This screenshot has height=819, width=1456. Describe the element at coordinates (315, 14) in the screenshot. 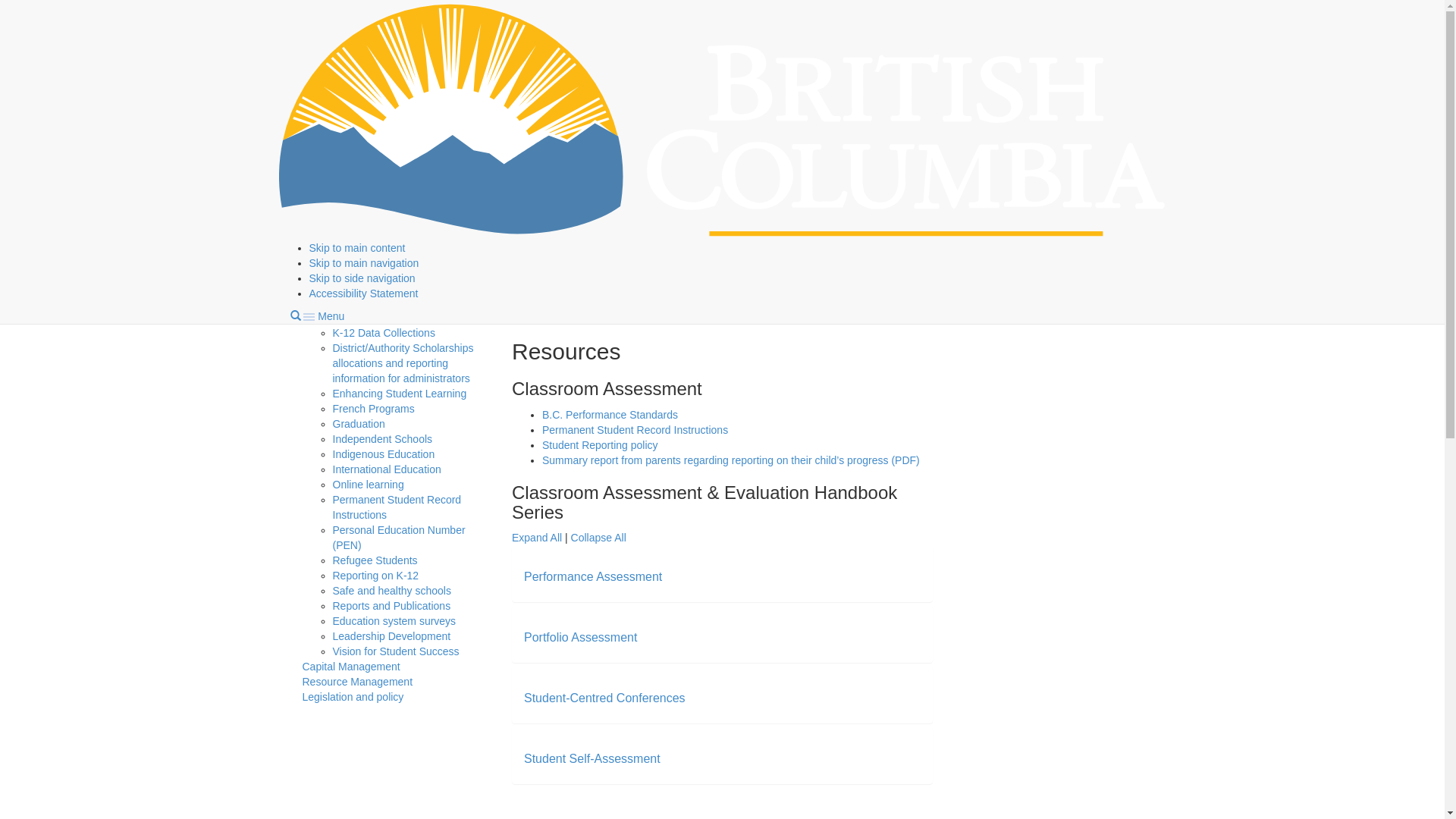

I see `'Home'` at that location.